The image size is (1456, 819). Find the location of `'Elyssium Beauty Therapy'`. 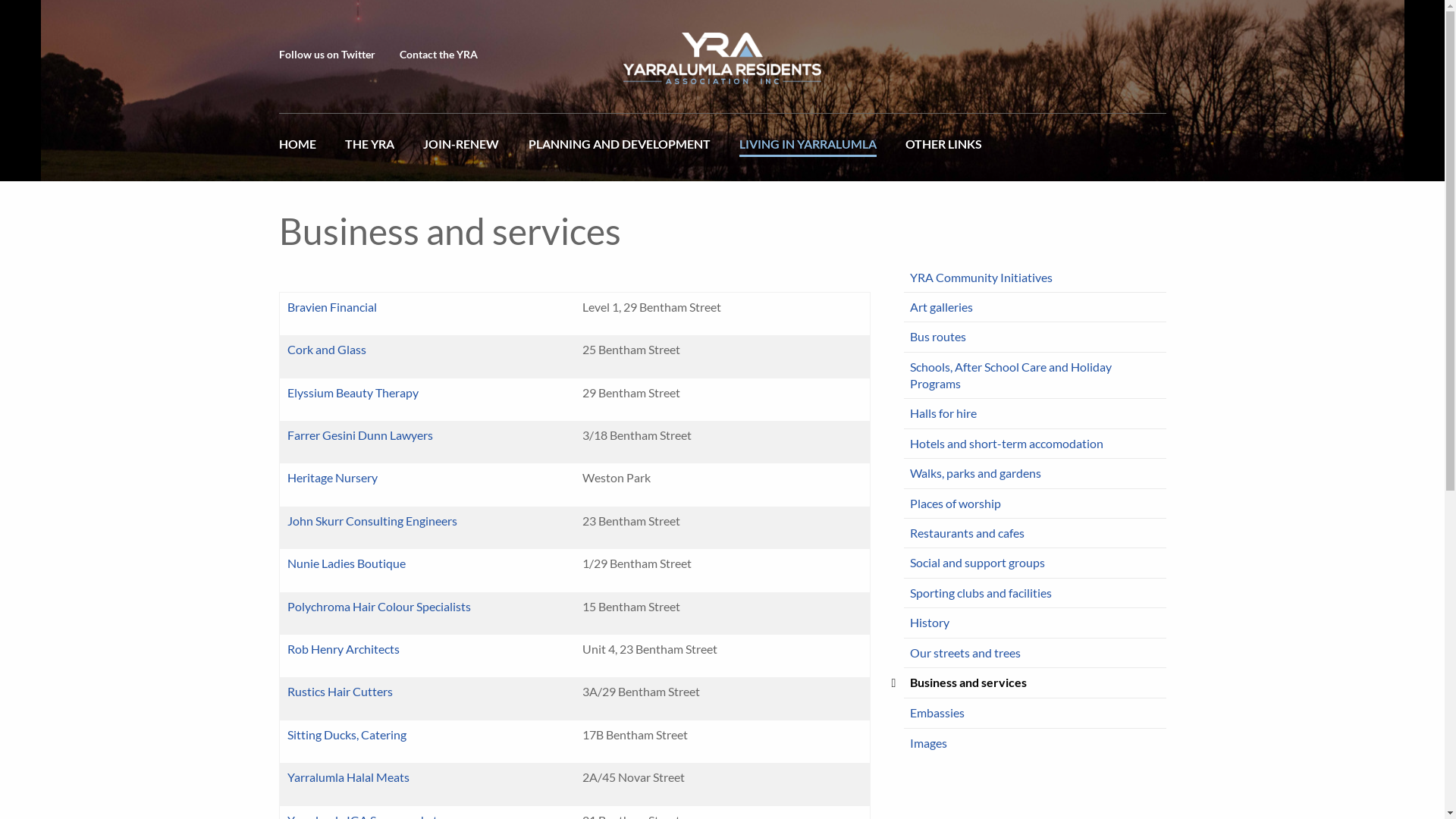

'Elyssium Beauty Therapy' is located at coordinates (351, 391).